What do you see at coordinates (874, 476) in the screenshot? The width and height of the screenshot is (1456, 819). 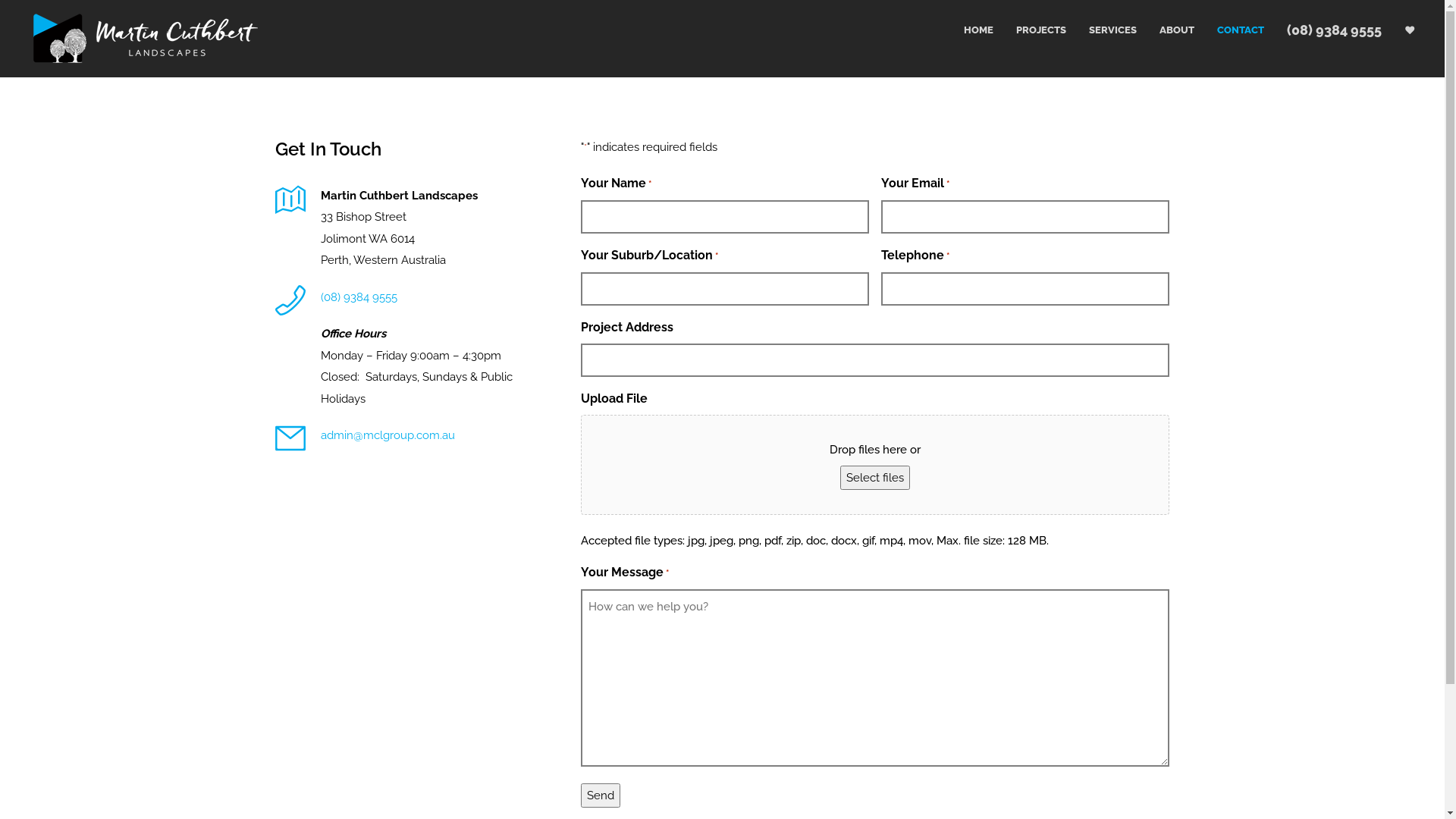 I see `'Select files'` at bounding box center [874, 476].